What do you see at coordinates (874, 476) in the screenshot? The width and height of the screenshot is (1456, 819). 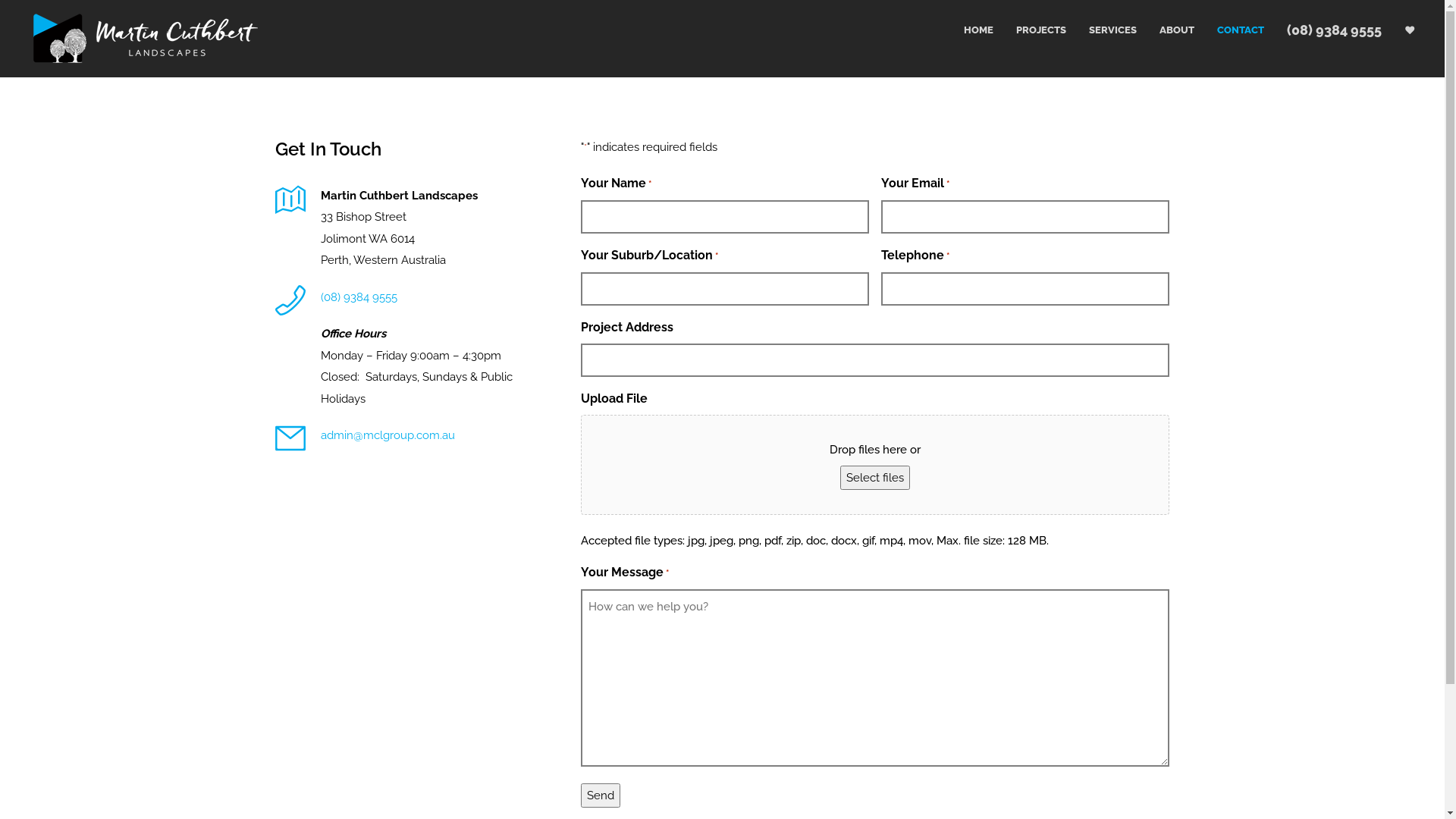 I see `'Select files'` at bounding box center [874, 476].